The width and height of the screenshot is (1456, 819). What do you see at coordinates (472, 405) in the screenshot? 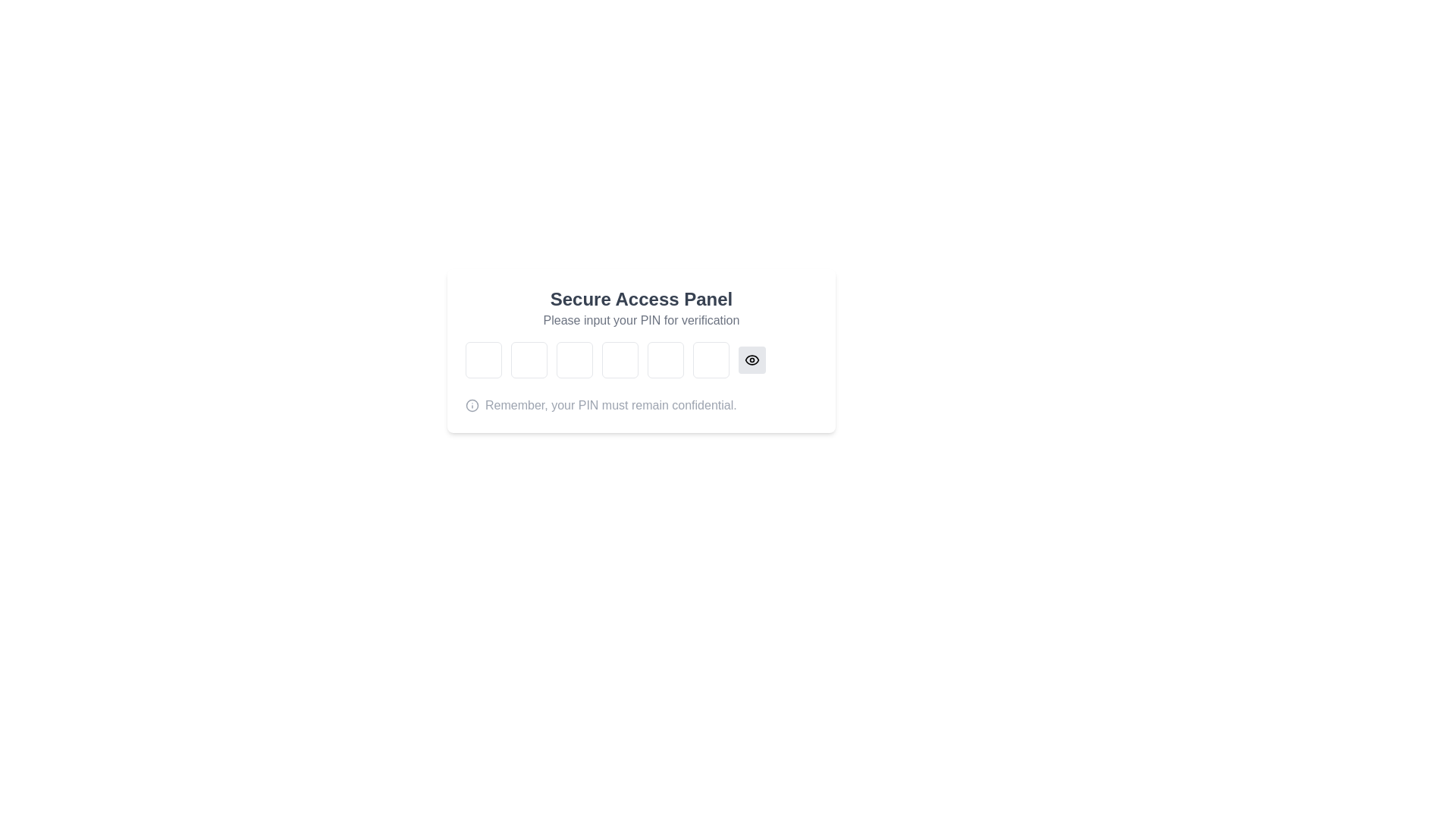
I see `the decorative SVG Circle Element that signifies additional information, located next to the text 'Remember, your PIN must remain confidential.'` at bounding box center [472, 405].